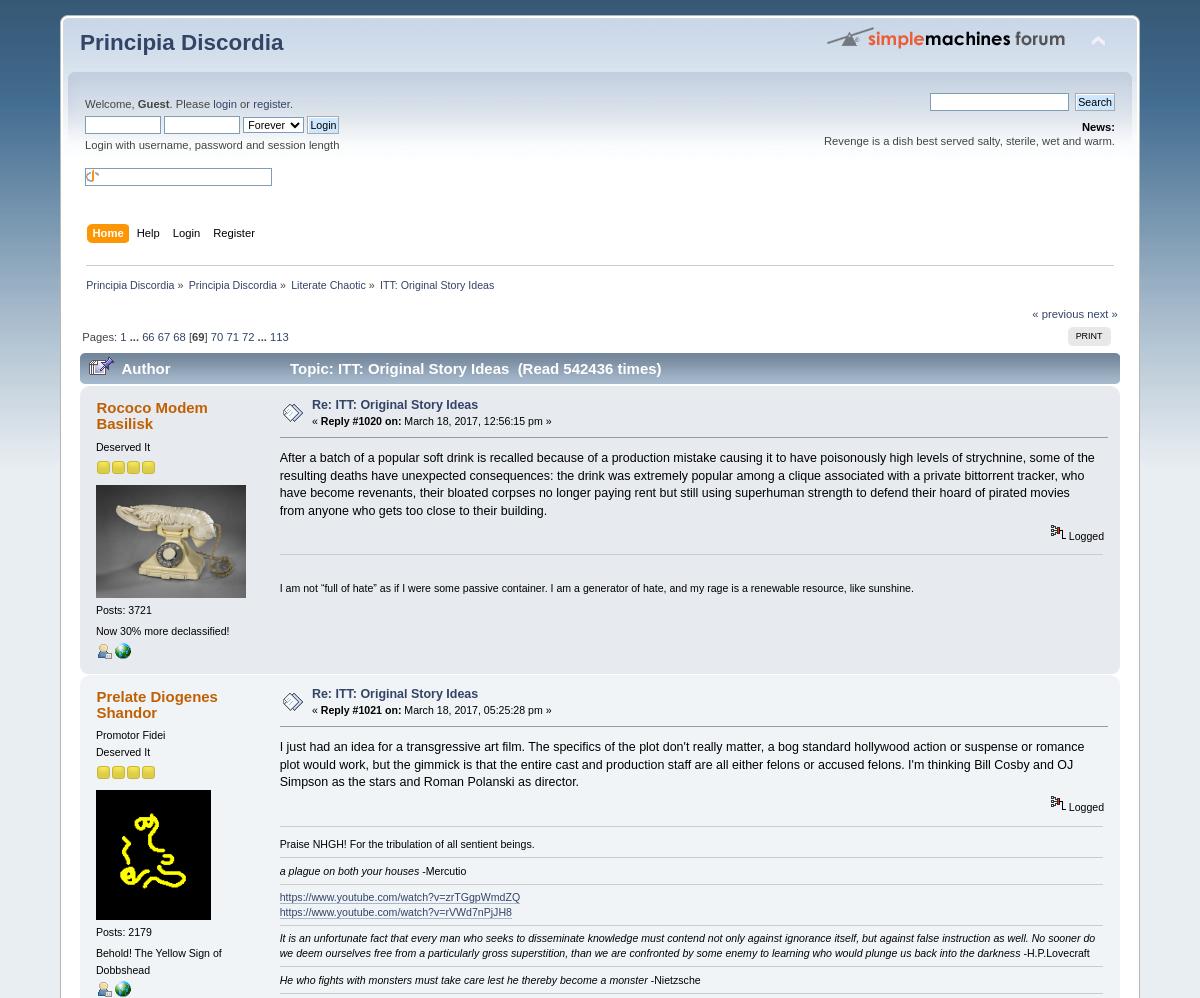 The image size is (1200, 998). What do you see at coordinates (178, 337) in the screenshot?
I see `'68'` at bounding box center [178, 337].